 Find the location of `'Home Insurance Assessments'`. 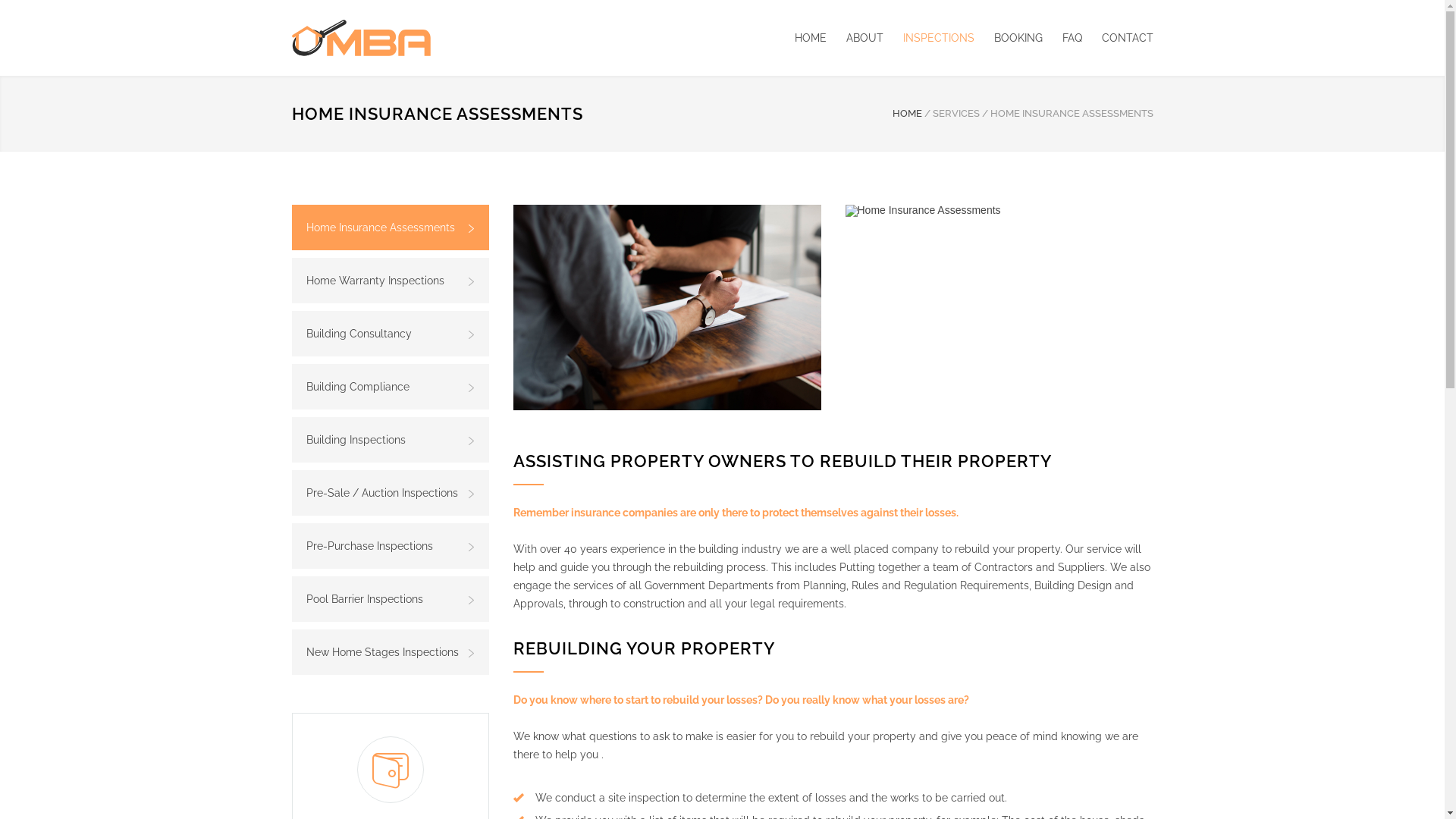

'Home Insurance Assessments' is located at coordinates (843, 210).